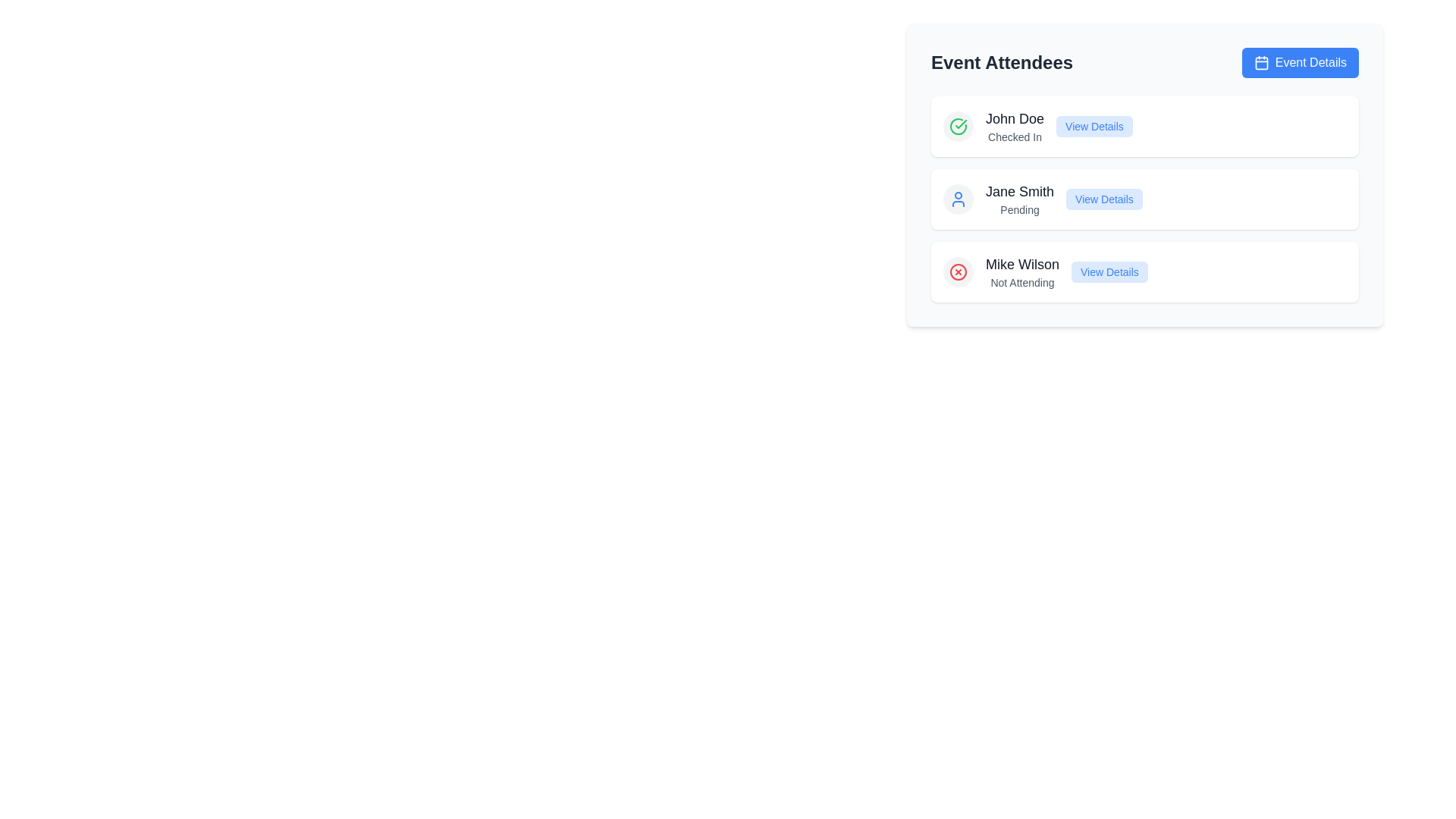 Image resolution: width=1456 pixels, height=819 pixels. I want to click on the text label reading 'Checked In', which is located below 'John Doe' and to the right of the green check icon in the attendee status list, so click(1015, 137).